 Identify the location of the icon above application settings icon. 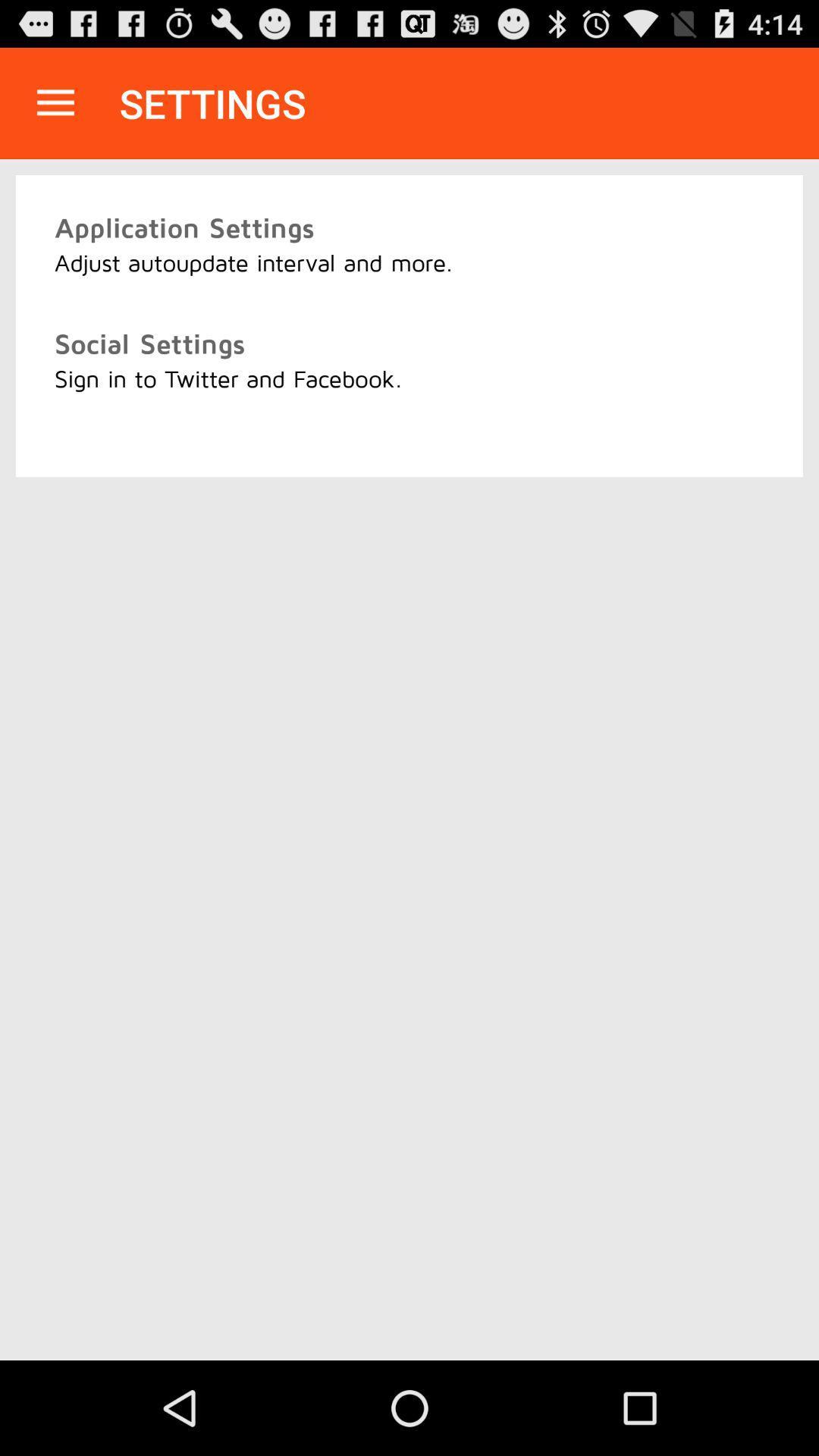
(55, 102).